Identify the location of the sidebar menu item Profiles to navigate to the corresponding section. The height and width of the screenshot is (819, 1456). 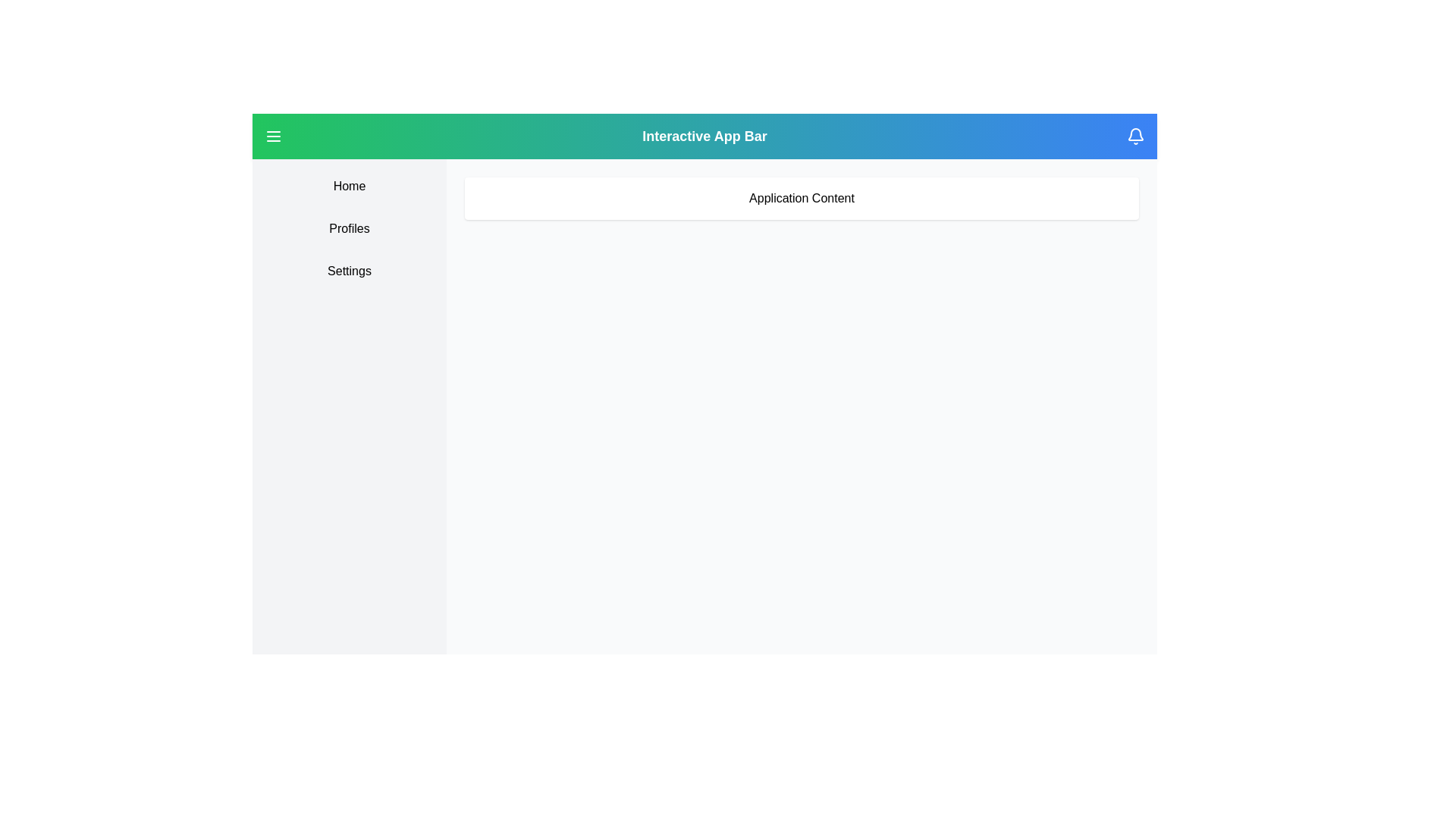
(348, 228).